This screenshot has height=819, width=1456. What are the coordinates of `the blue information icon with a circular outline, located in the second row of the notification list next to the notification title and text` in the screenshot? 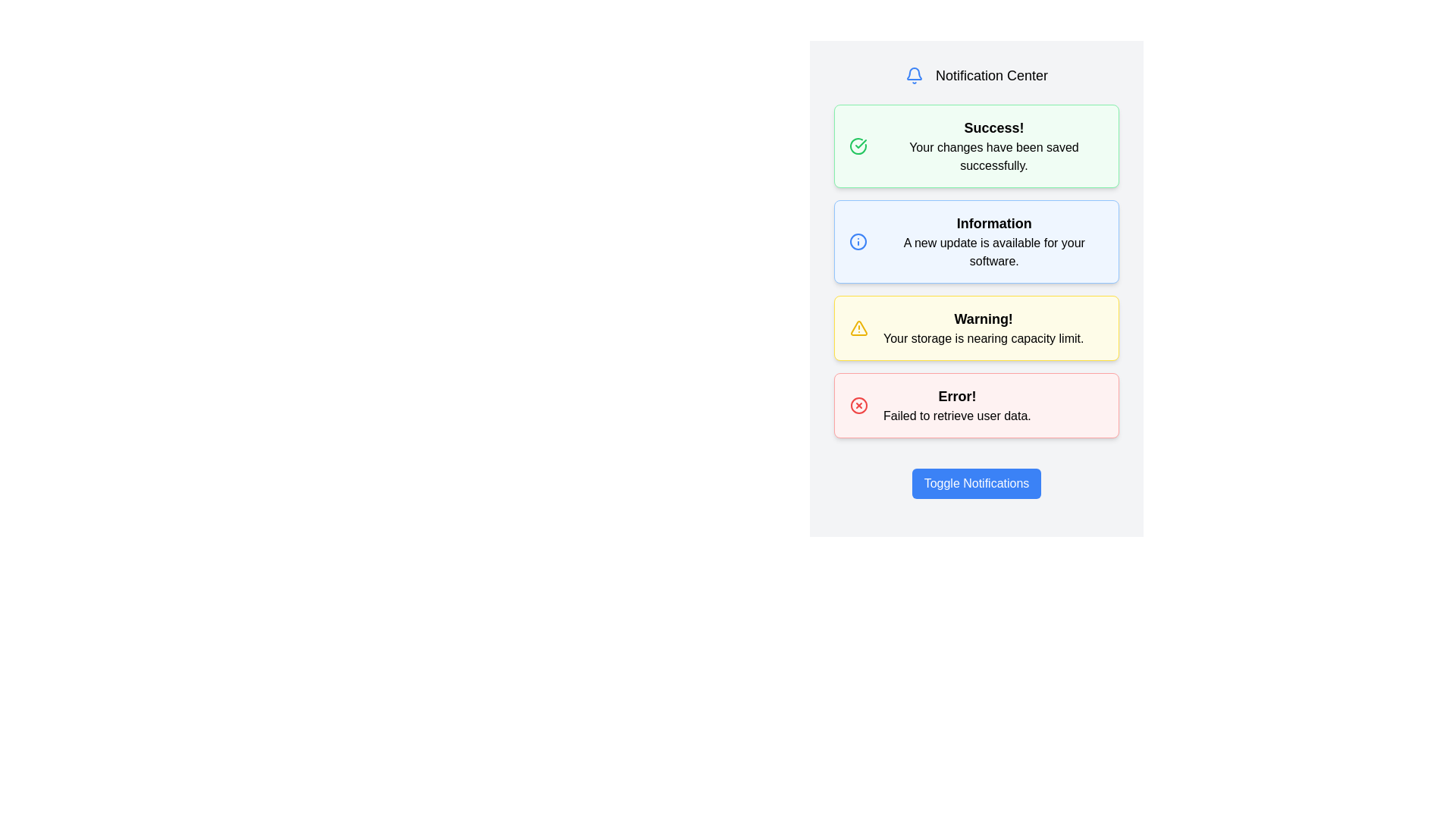 It's located at (858, 241).